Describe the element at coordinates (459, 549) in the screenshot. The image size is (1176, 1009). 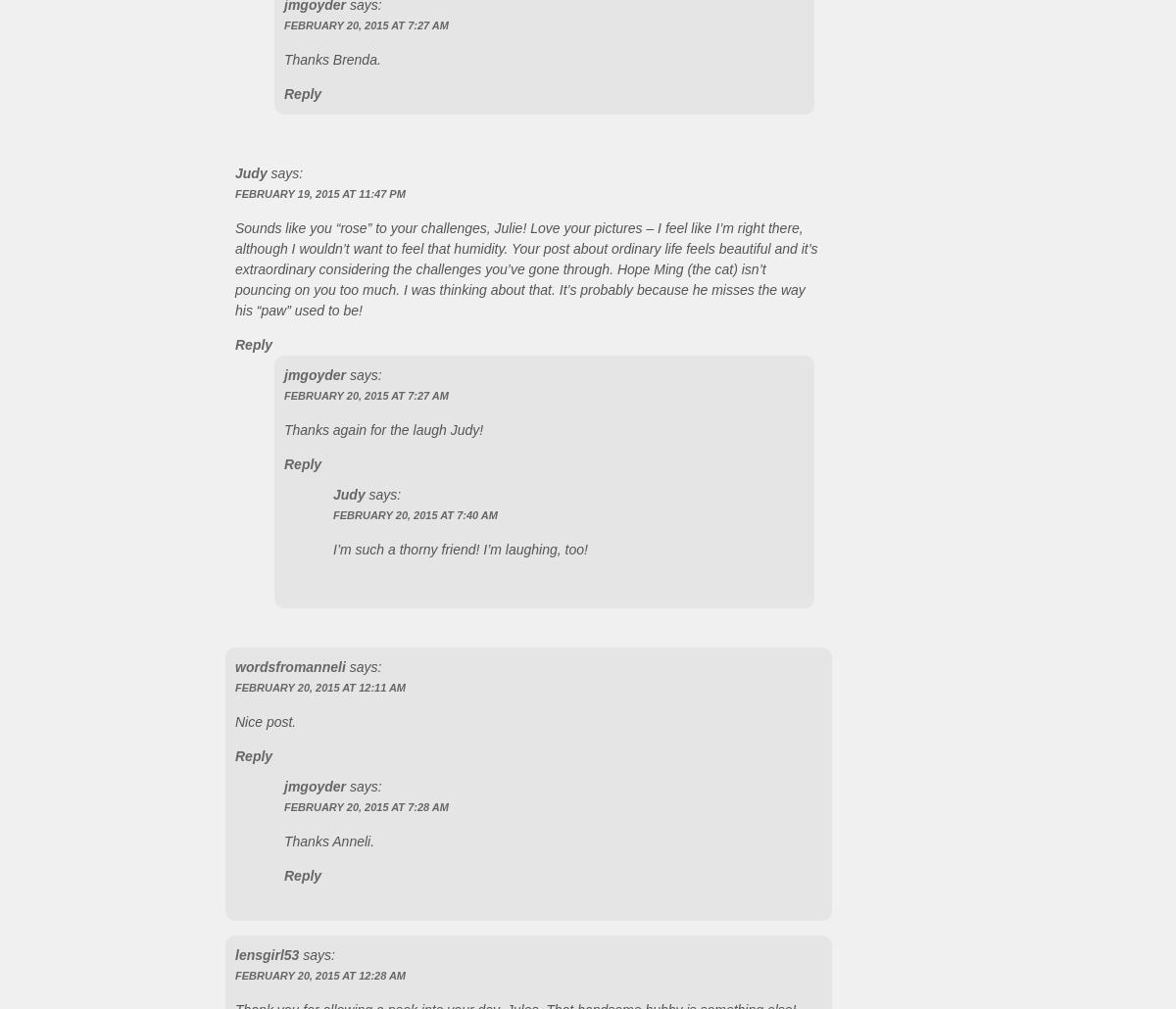
I see `'I’m such a thorny friend! I’m laughing, too!'` at that location.